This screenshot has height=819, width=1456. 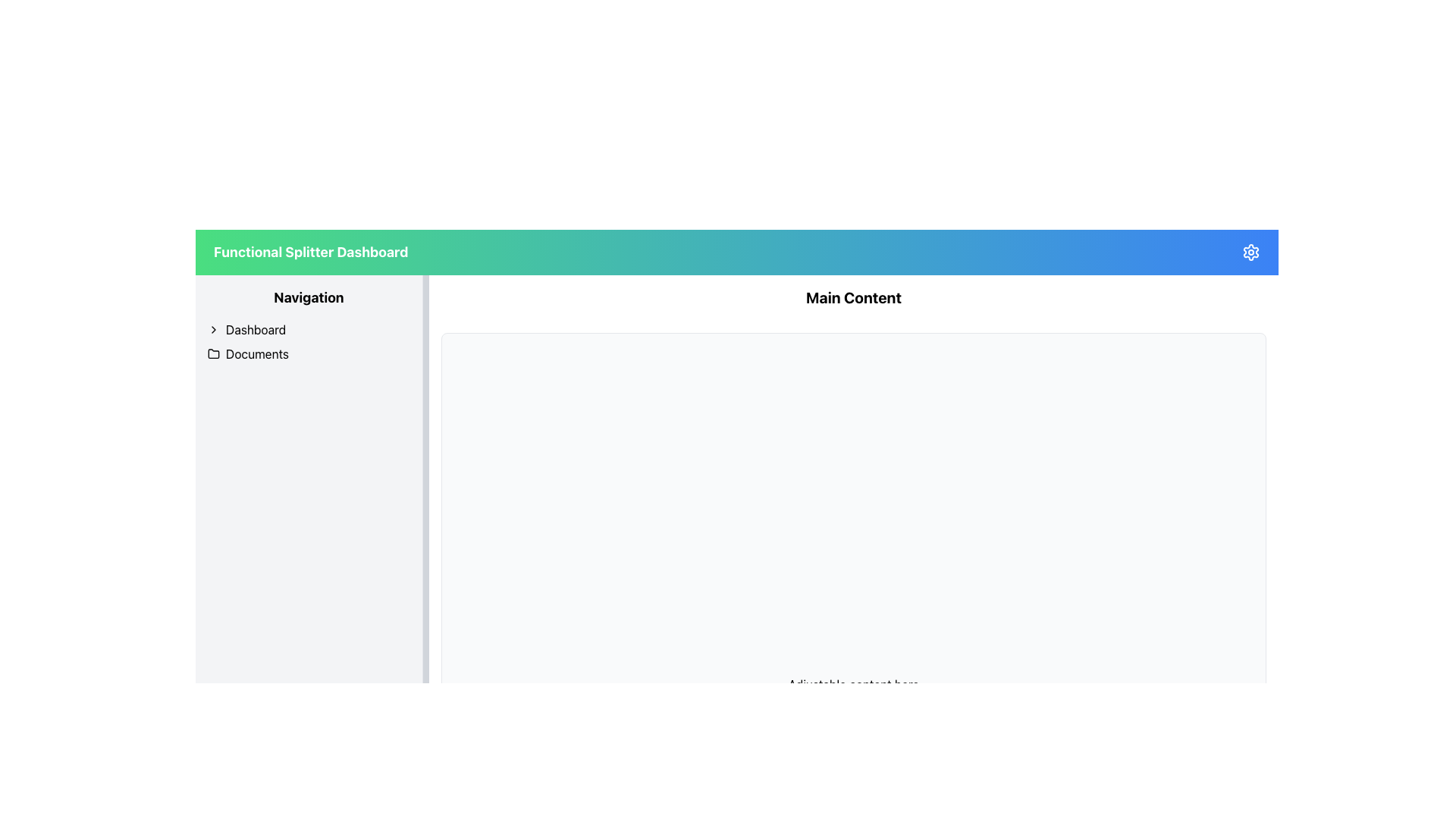 What do you see at coordinates (854, 684) in the screenshot?
I see `the non-interactive informational text label located at the bottom of the central main content region` at bounding box center [854, 684].